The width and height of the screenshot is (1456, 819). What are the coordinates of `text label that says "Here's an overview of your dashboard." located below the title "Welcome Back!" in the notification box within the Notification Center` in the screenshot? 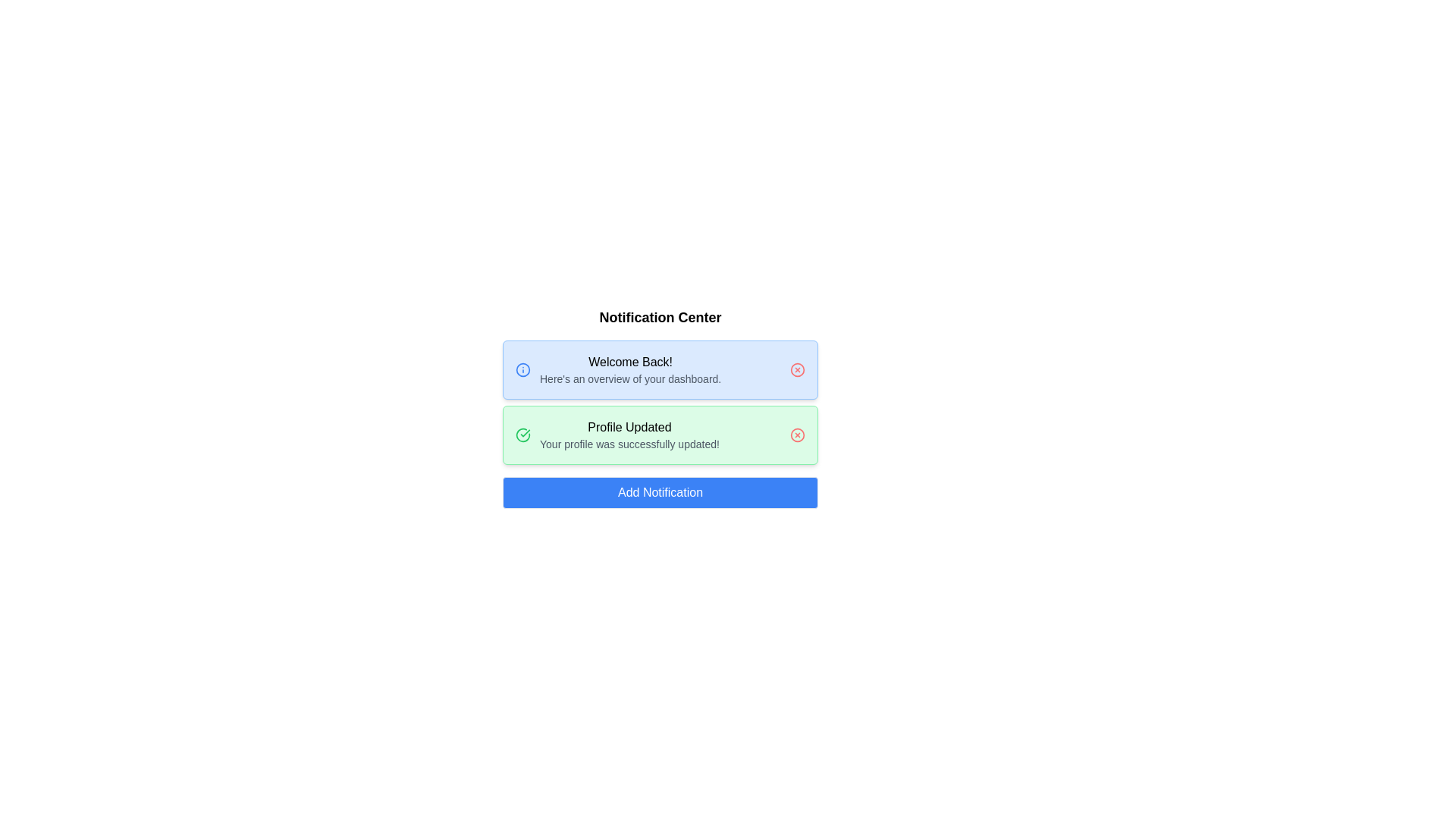 It's located at (630, 378).